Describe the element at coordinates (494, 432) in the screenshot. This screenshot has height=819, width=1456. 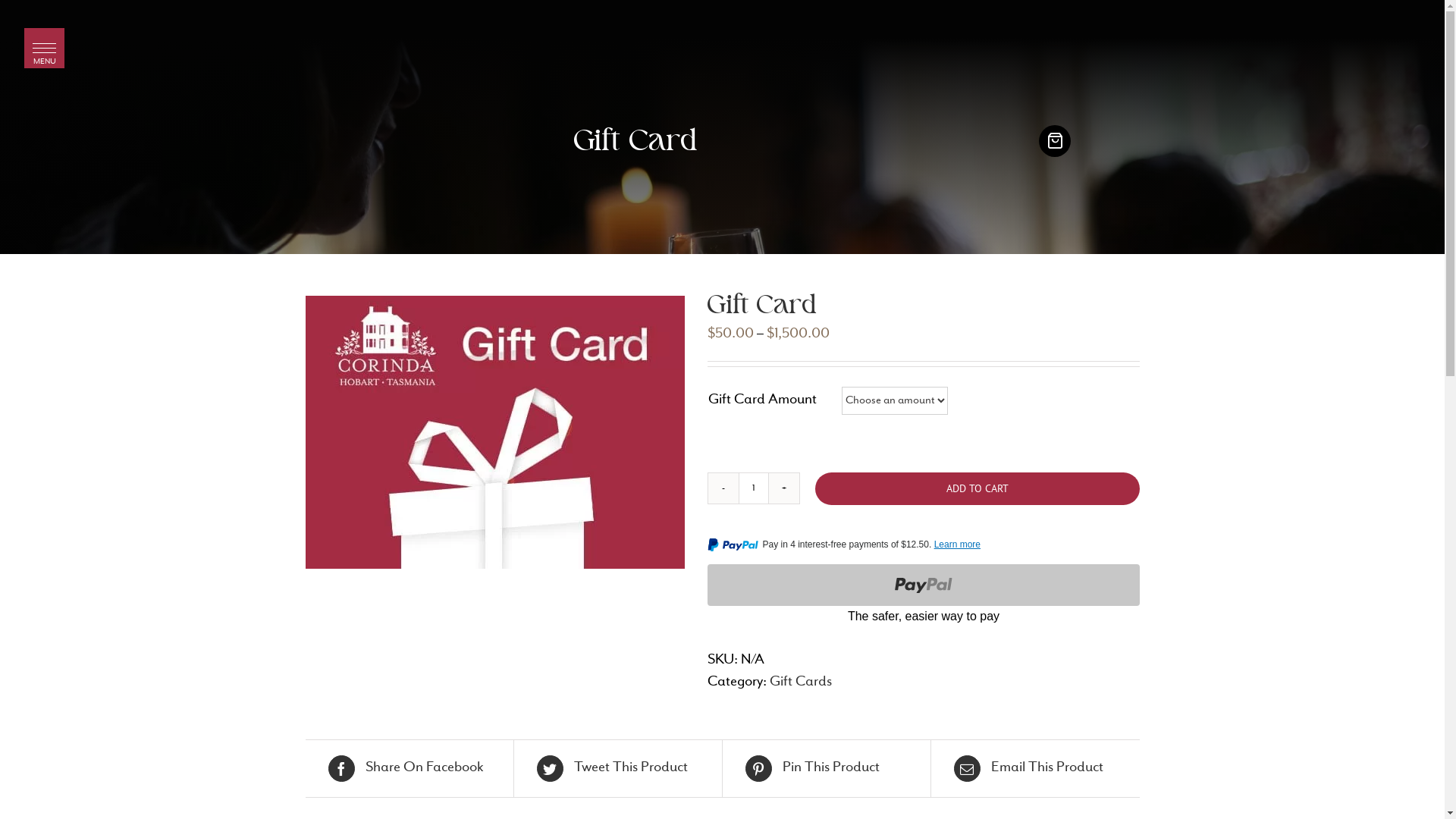
I see `'corinda-gift-card'` at that location.